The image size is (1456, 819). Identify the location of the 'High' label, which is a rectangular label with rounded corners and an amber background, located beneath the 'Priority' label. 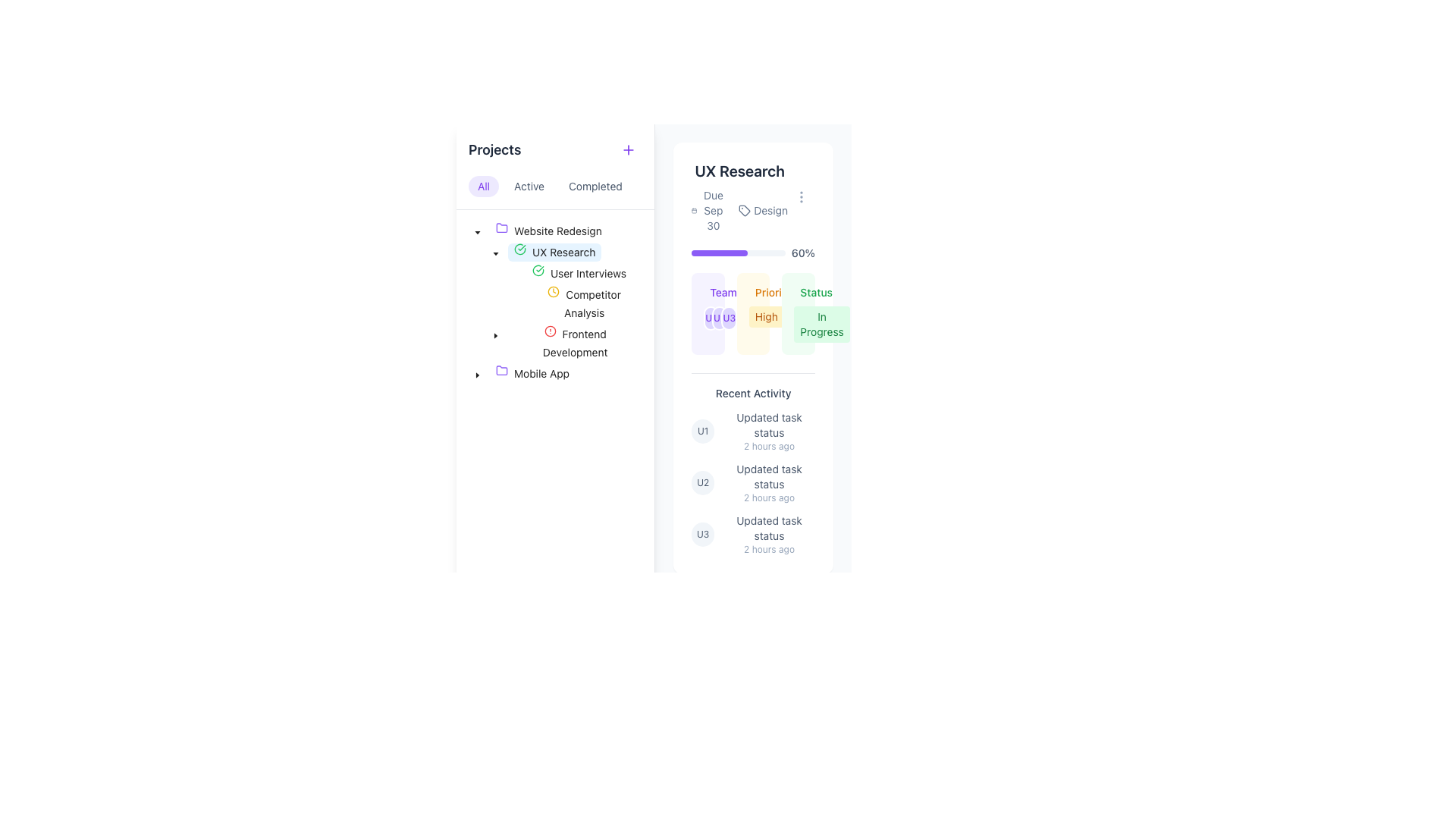
(766, 315).